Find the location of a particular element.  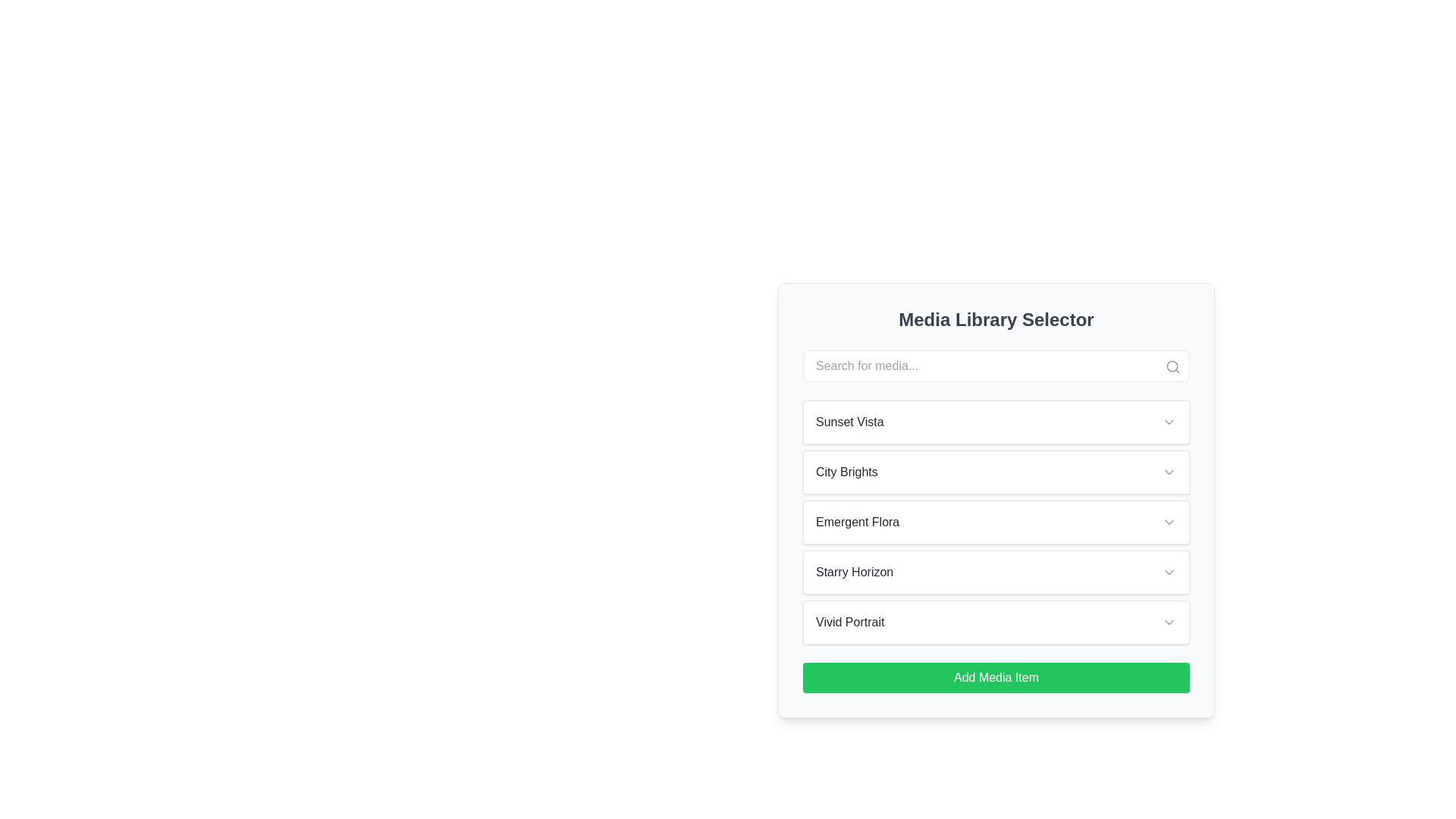

the search icon resembling a magnifying glass located at the top-right corner of the search bar's input field is located at coordinates (1172, 366).